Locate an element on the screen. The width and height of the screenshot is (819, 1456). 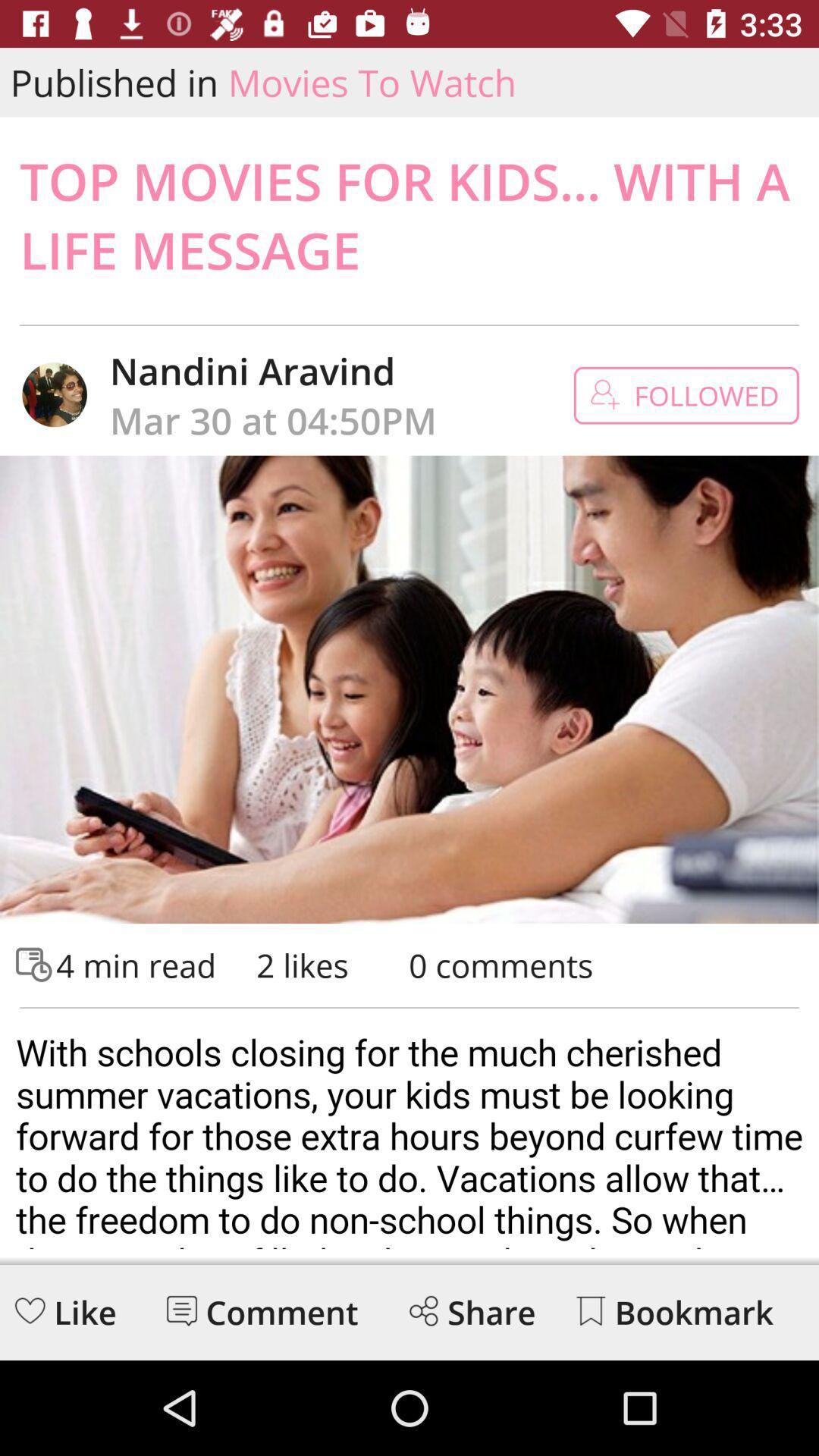
read messages is located at coordinates (180, 1310).